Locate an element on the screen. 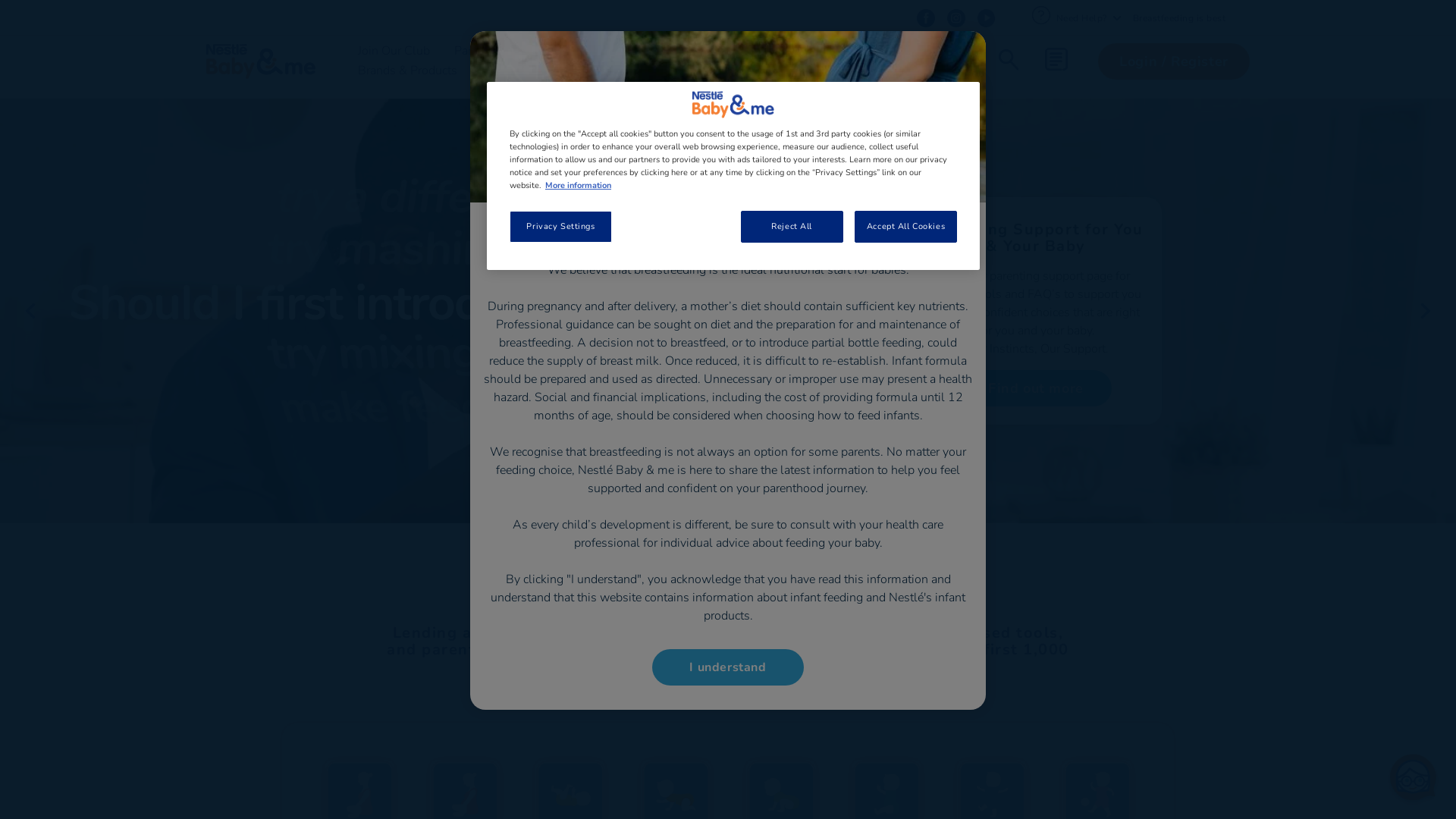 This screenshot has height=819, width=1456. 'Privacy Settings' is located at coordinates (560, 227).